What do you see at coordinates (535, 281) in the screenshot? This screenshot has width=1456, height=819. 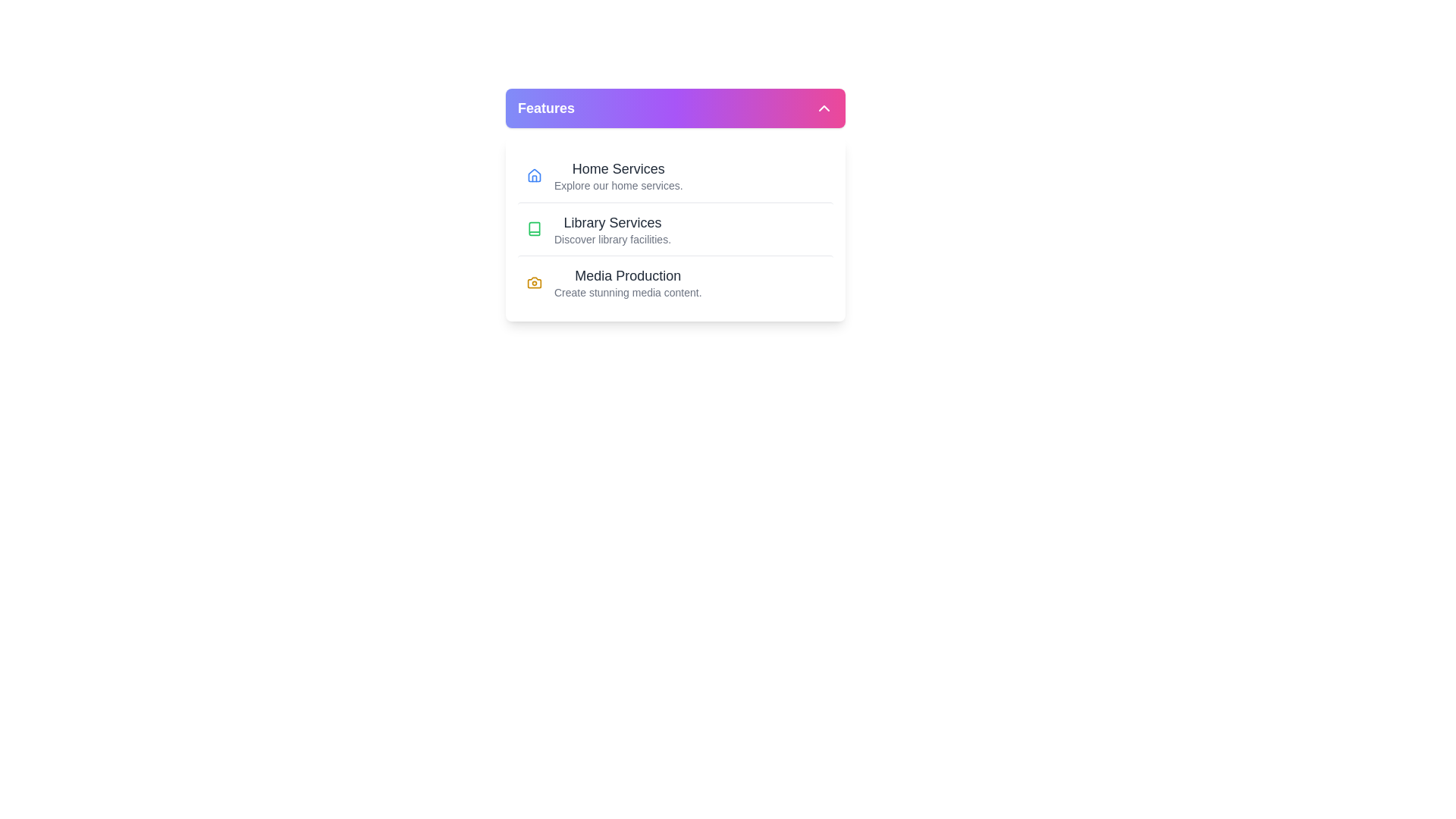 I see `the yellow camera icon, which is the third item in the 'Media Production' list, positioned to the left of its text label in the dropdown menu` at bounding box center [535, 281].